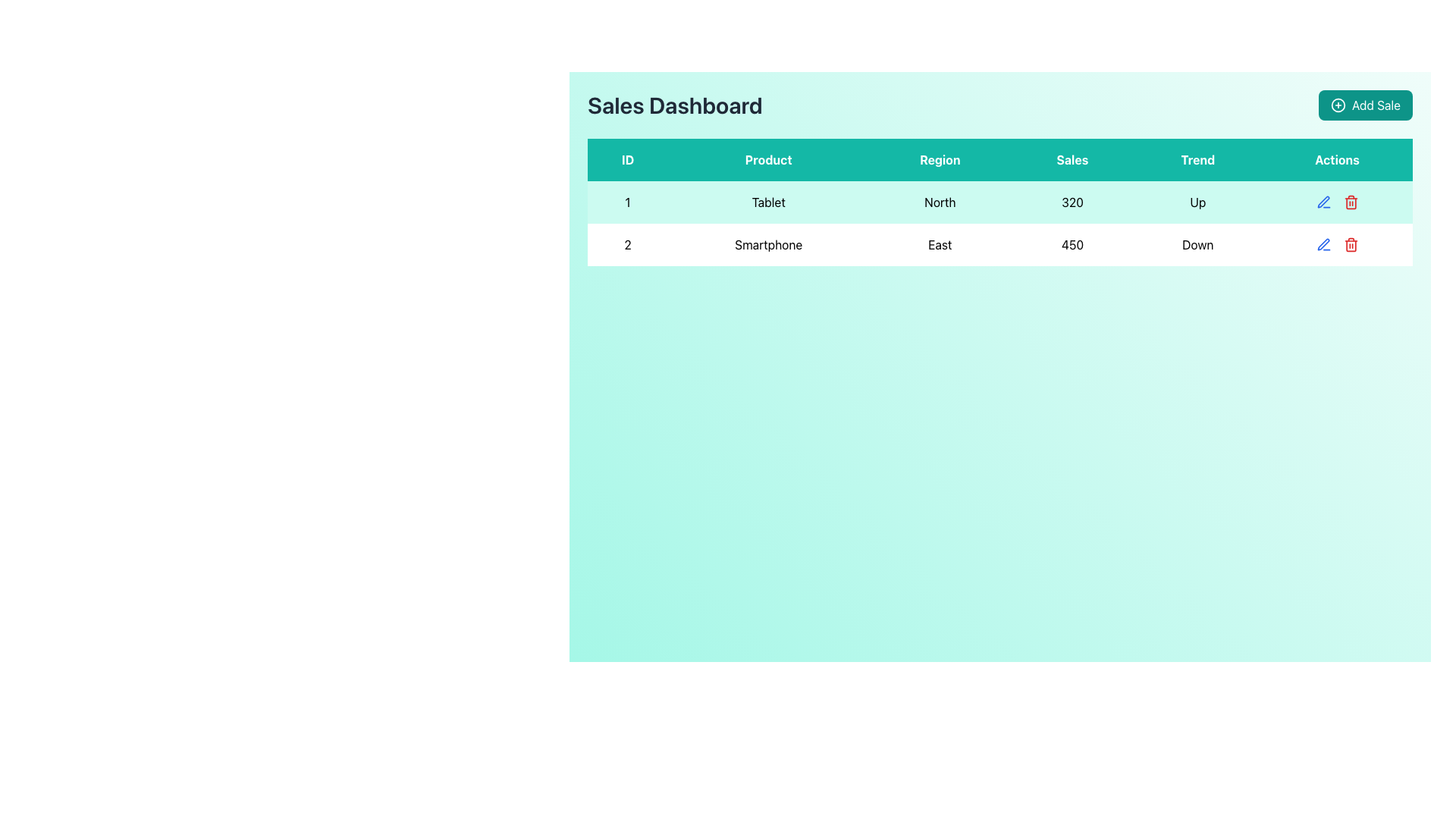 This screenshot has width=1456, height=819. What do you see at coordinates (674, 104) in the screenshot?
I see `the text label 'Sales Dashboard' which is prominently positioned at the top left of the section, styled with bold and large font` at bounding box center [674, 104].